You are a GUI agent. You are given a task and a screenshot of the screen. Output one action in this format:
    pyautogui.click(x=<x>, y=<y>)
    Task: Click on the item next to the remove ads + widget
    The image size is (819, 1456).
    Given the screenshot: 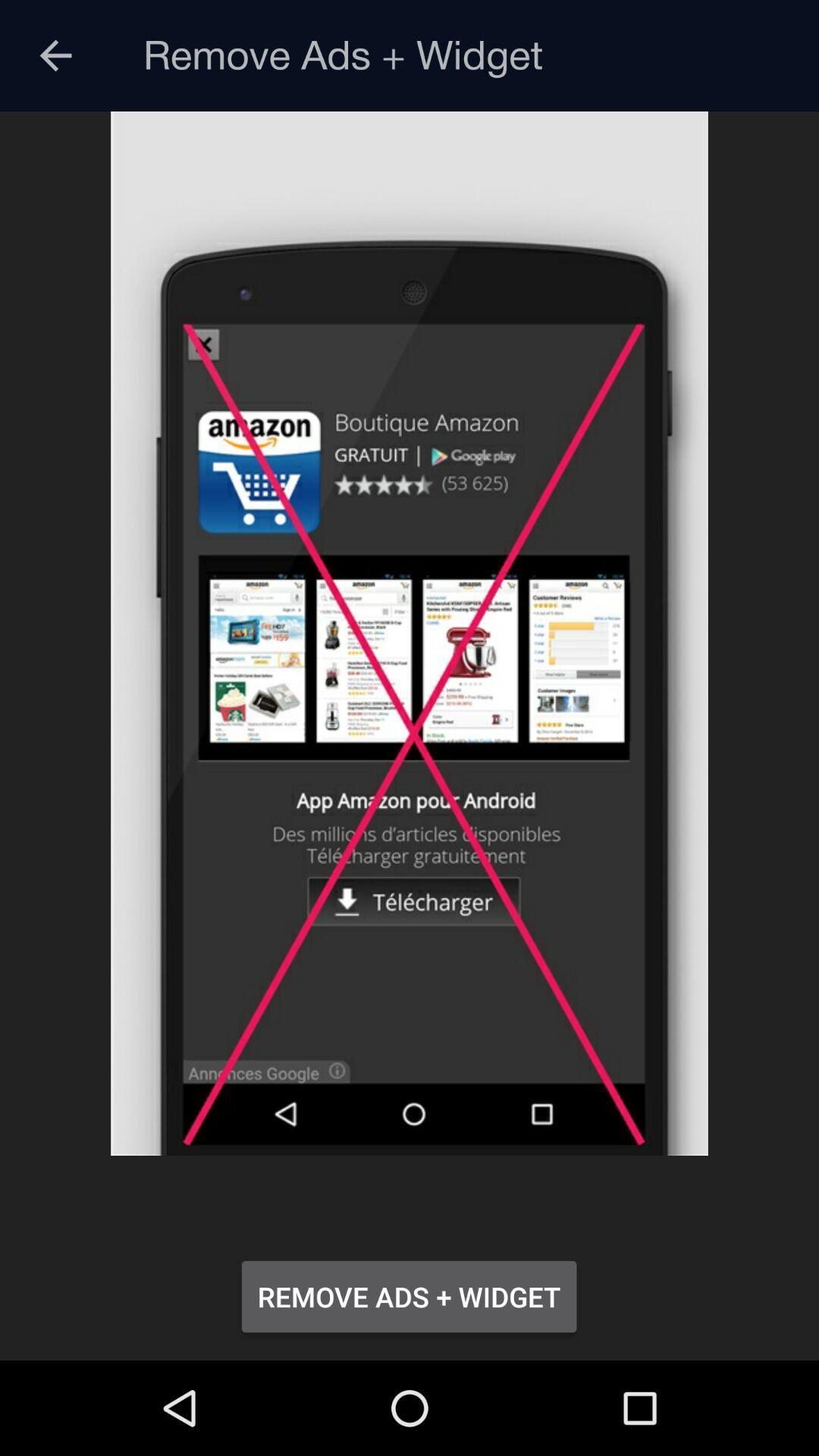 What is the action you would take?
    pyautogui.click(x=55, y=55)
    